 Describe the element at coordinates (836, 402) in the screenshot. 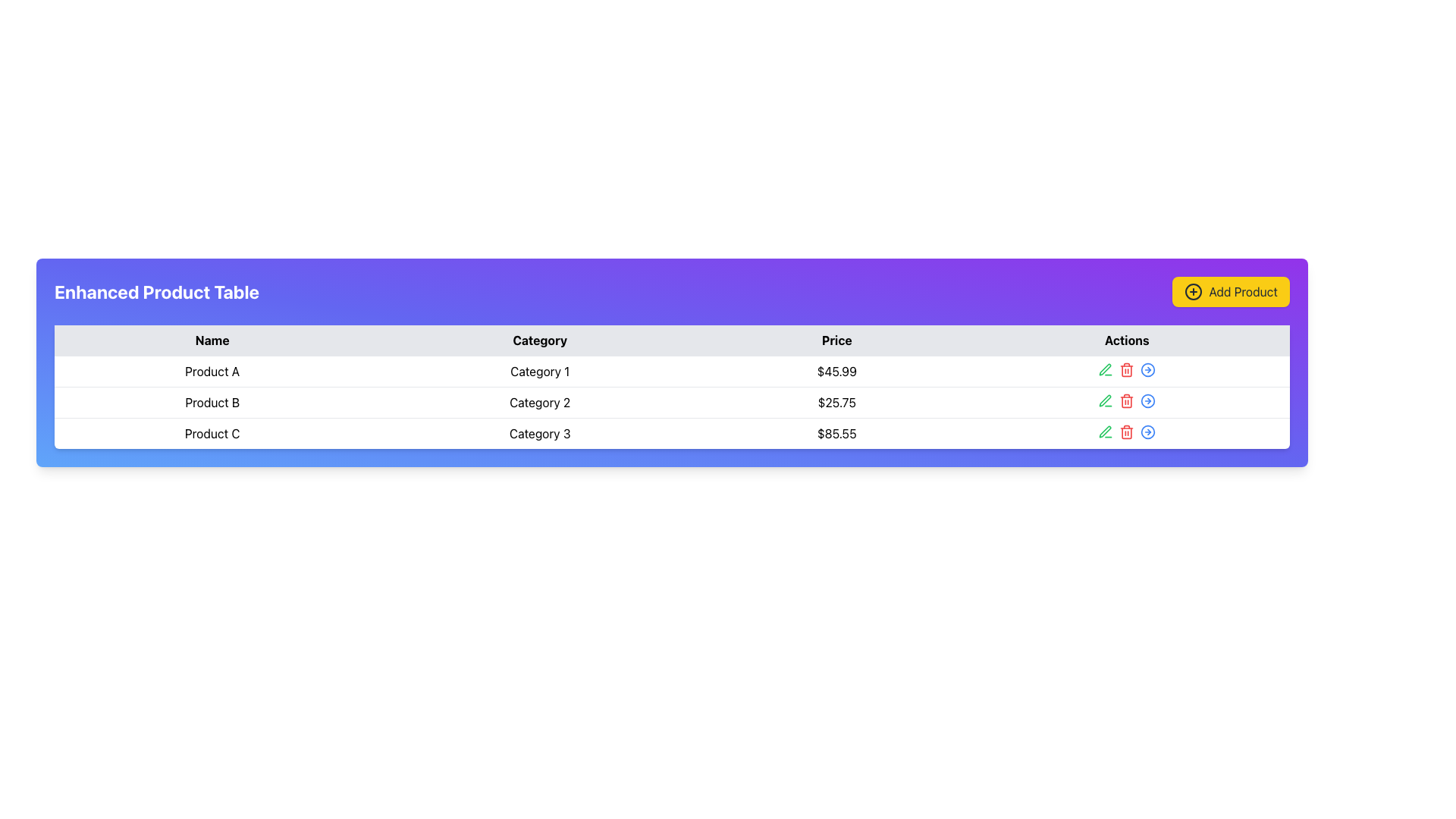

I see `displayed price value of '$25.75' from the bold text label located in the 'Price' column of the 'Product B' row in the table` at that location.